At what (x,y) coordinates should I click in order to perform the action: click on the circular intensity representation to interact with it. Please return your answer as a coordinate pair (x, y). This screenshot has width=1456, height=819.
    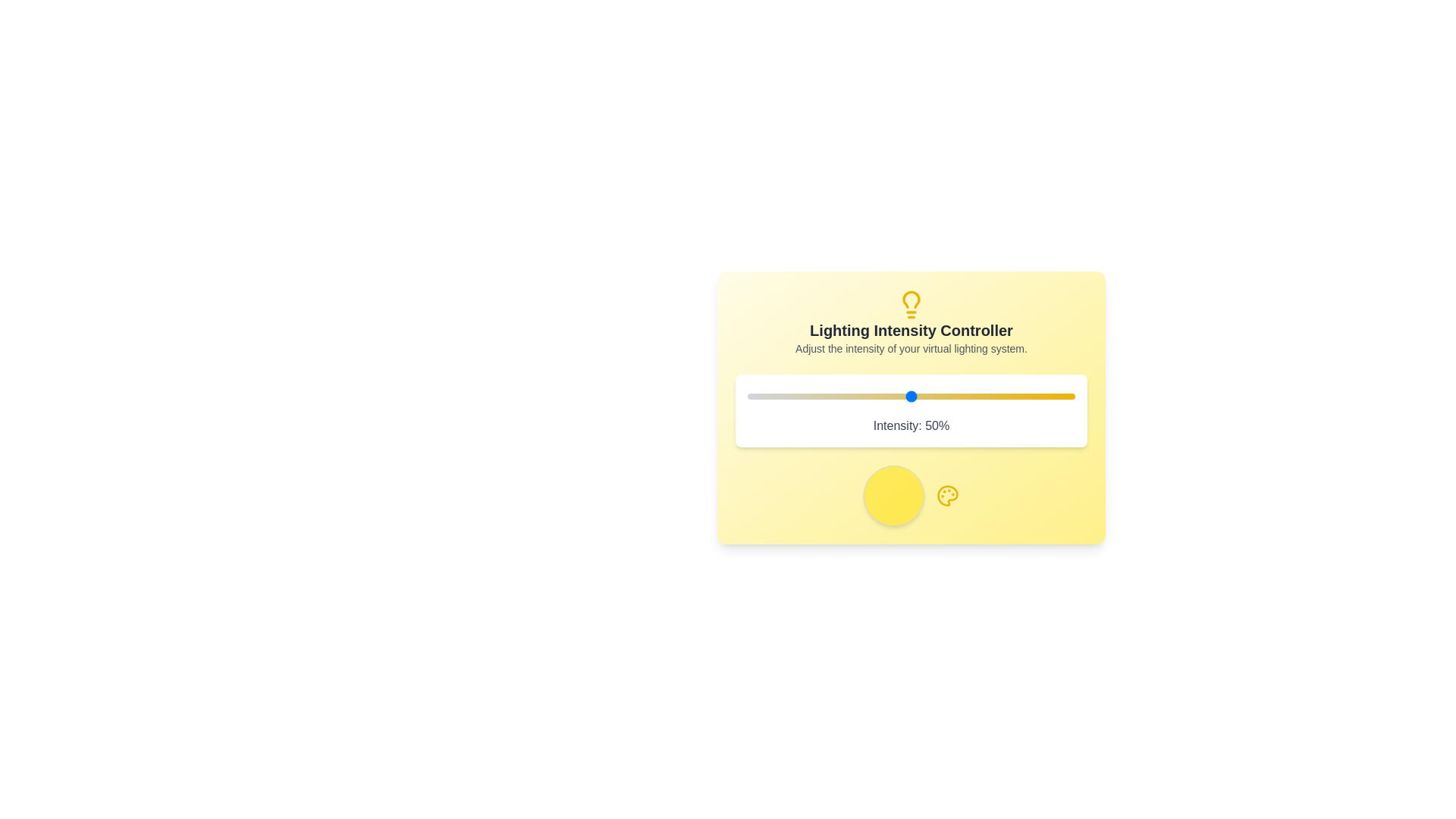
    Looking at the image, I should click on (894, 496).